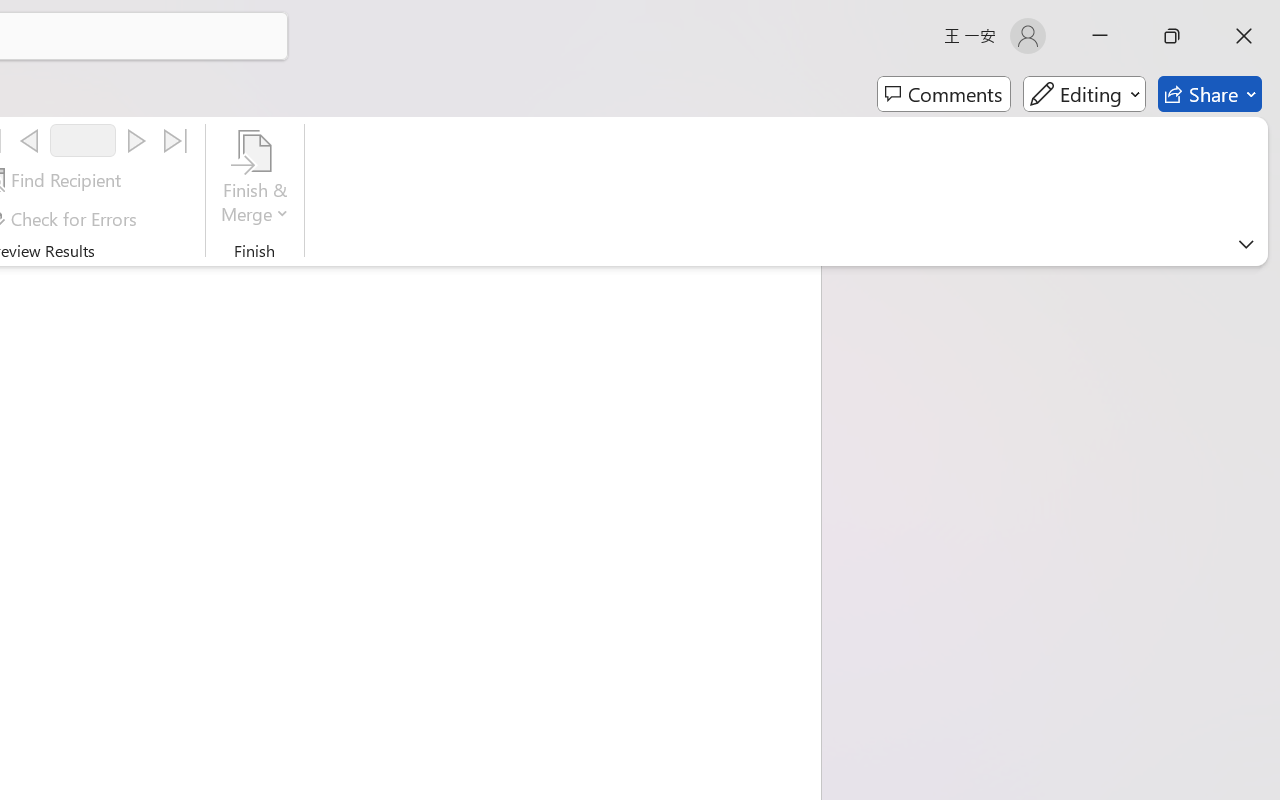 The width and height of the screenshot is (1280, 800). What do you see at coordinates (1083, 94) in the screenshot?
I see `'Mode'` at bounding box center [1083, 94].